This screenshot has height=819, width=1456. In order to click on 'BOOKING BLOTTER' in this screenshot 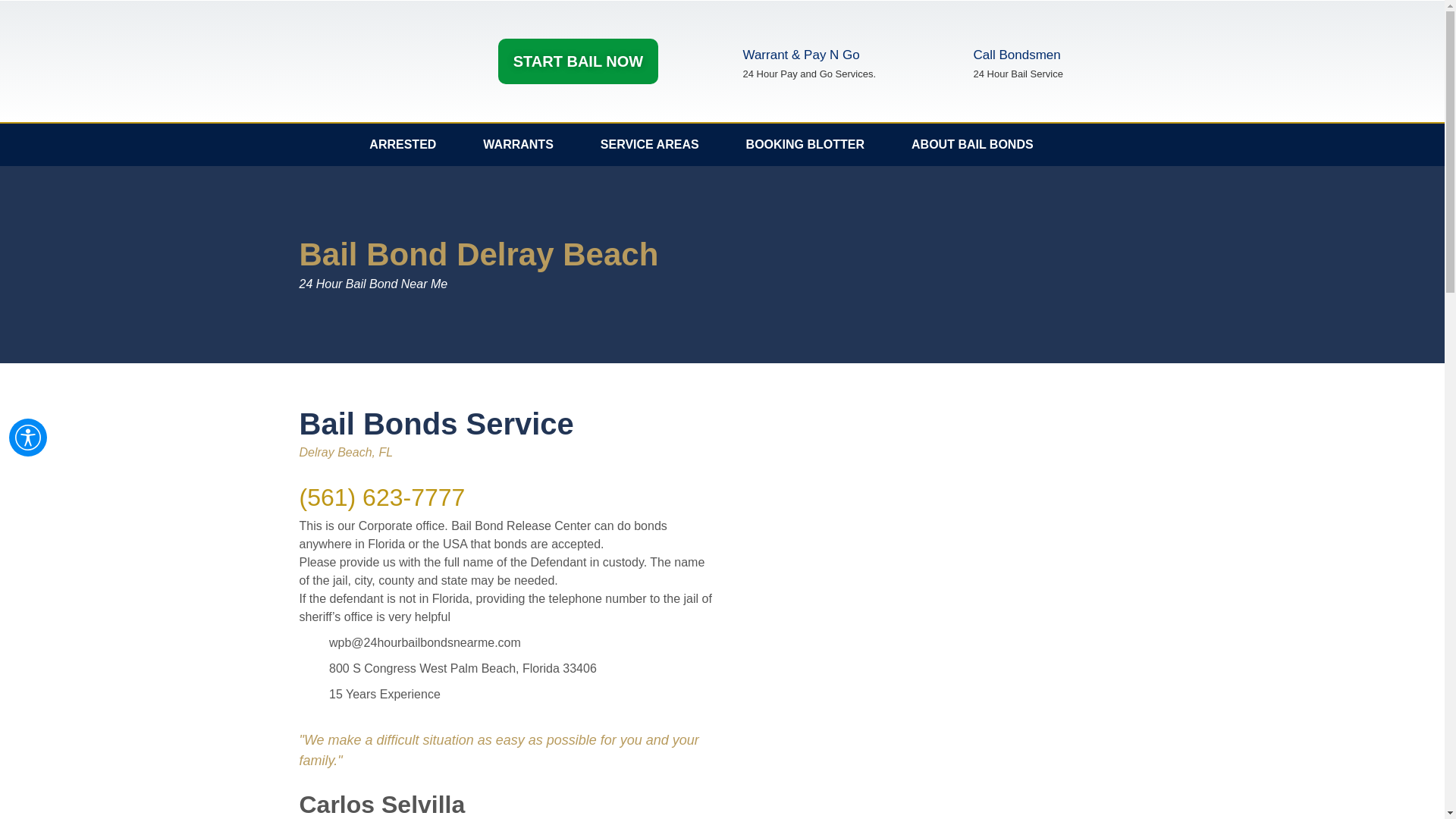, I will do `click(804, 145)`.